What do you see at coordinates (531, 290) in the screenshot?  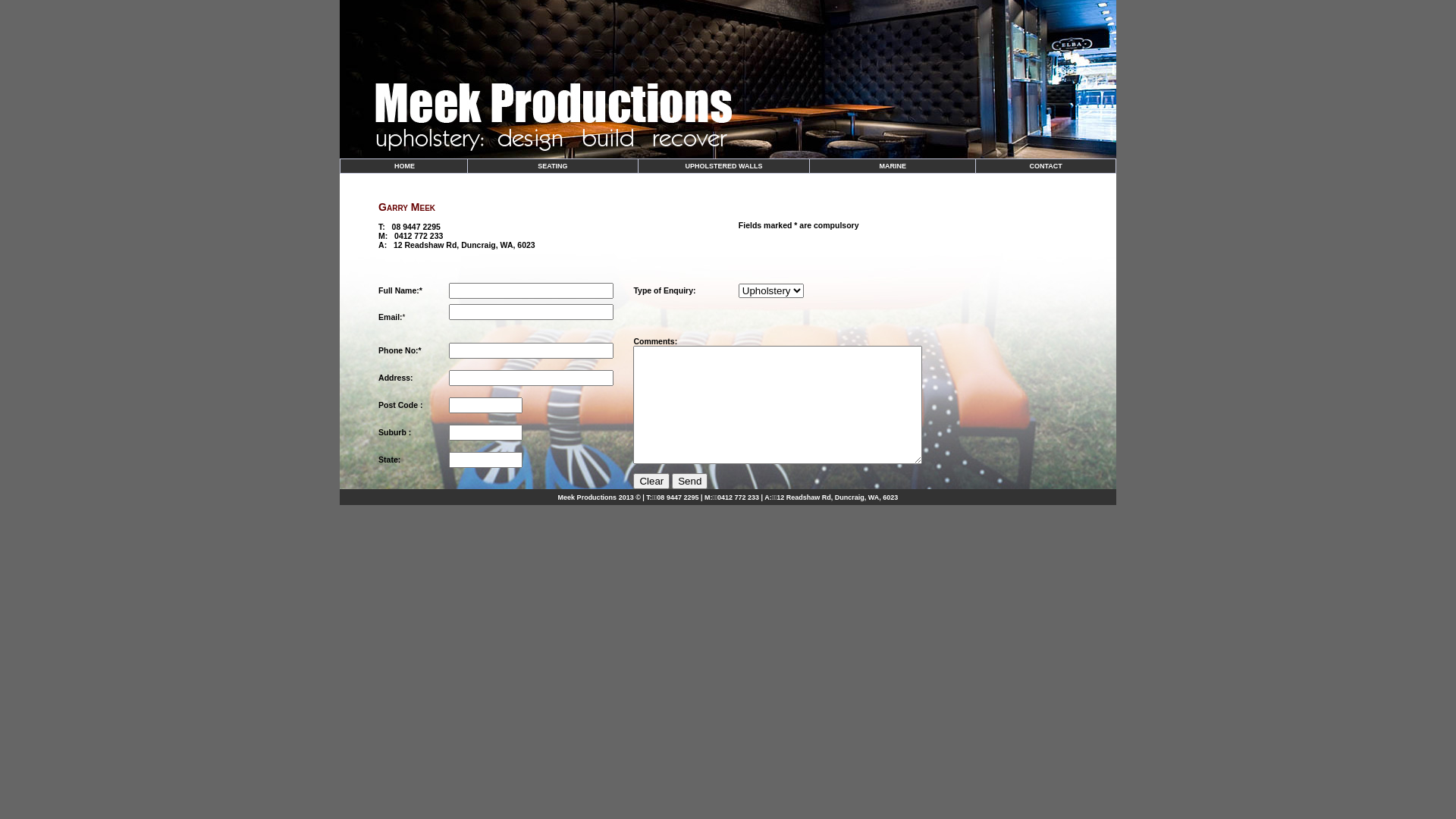 I see `'Enter your name'` at bounding box center [531, 290].